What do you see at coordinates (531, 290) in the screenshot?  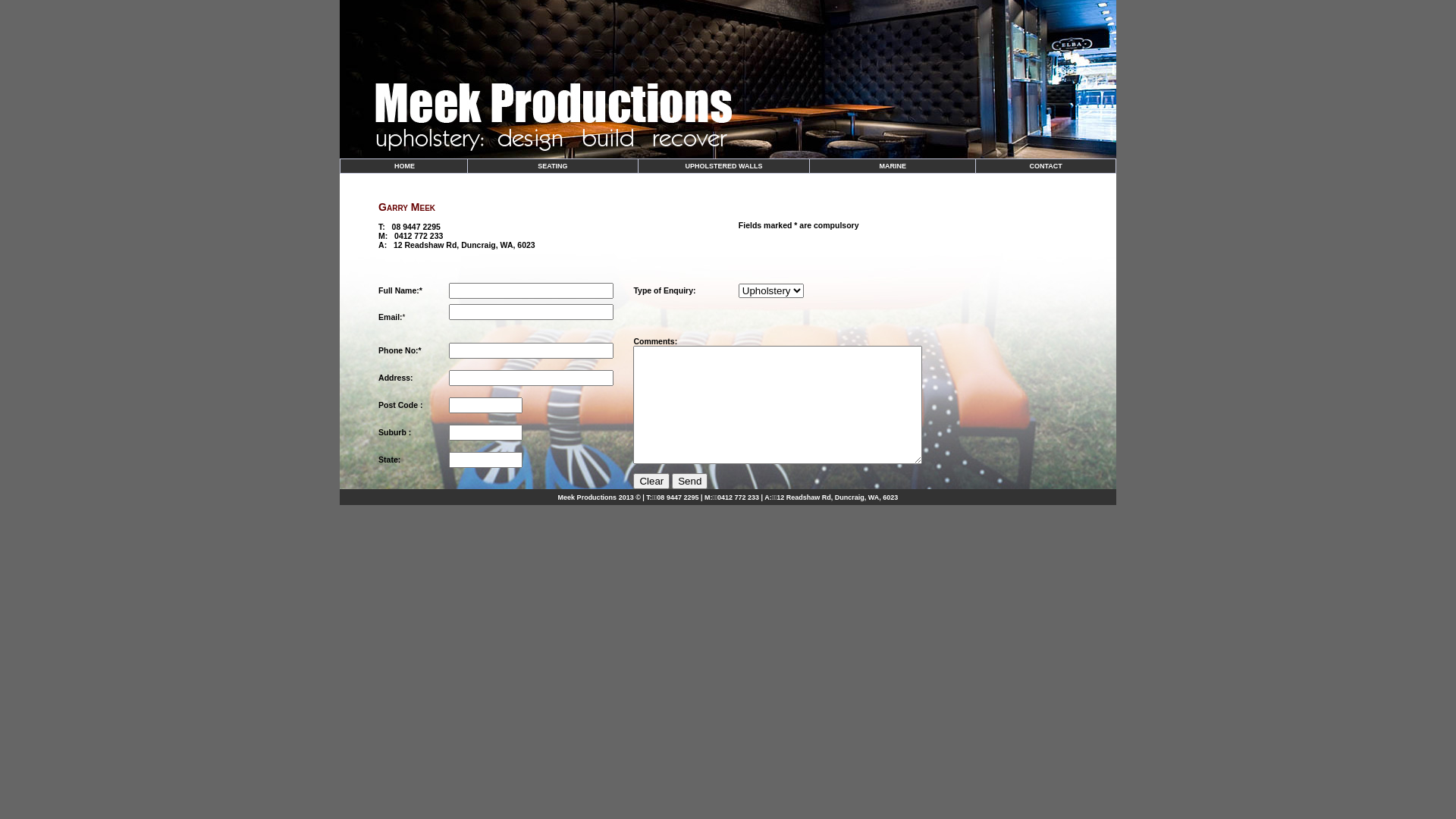 I see `'Enter your name'` at bounding box center [531, 290].